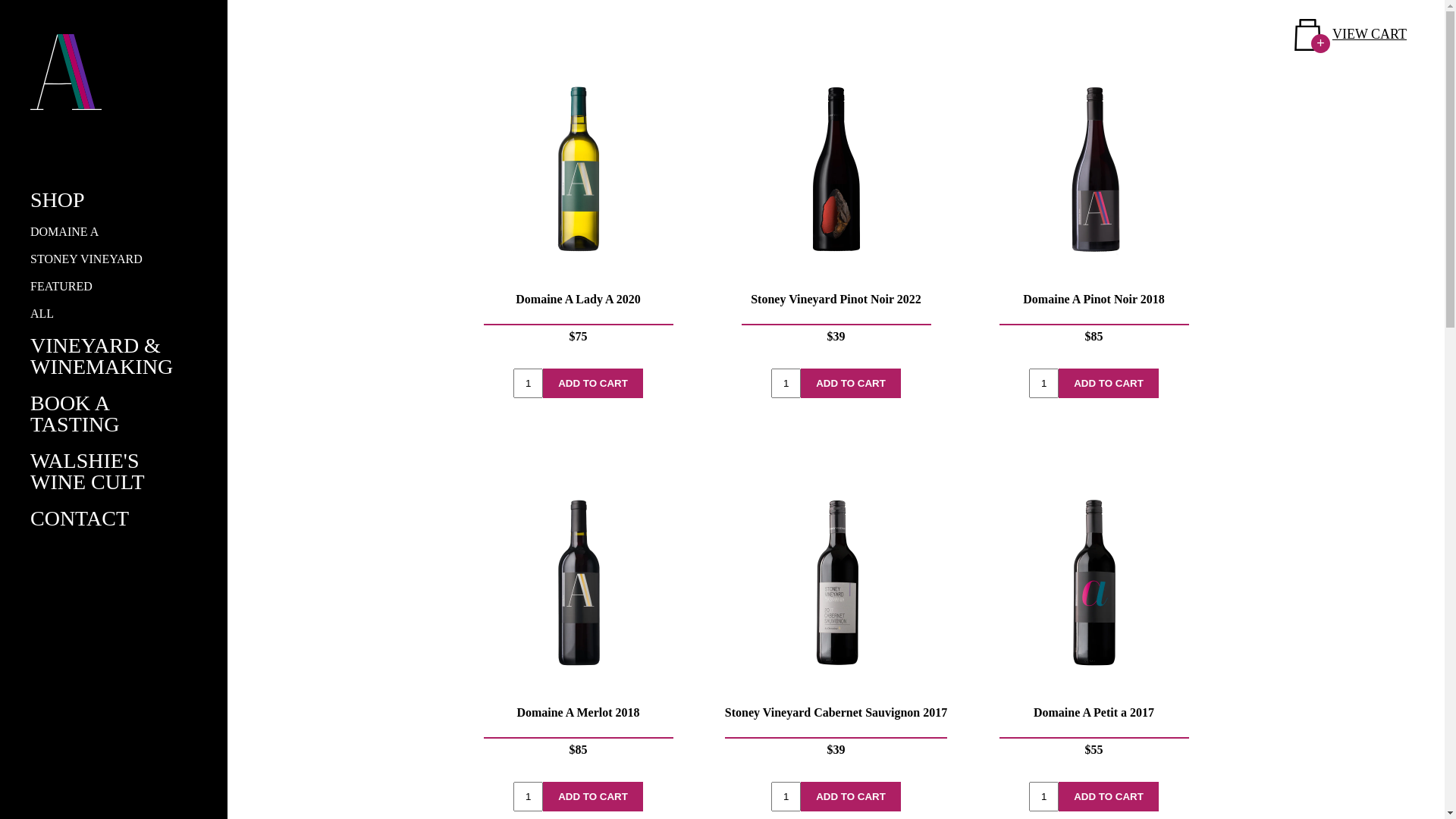 The height and width of the screenshot is (819, 1456). I want to click on 'CONTACT', so click(30, 517).